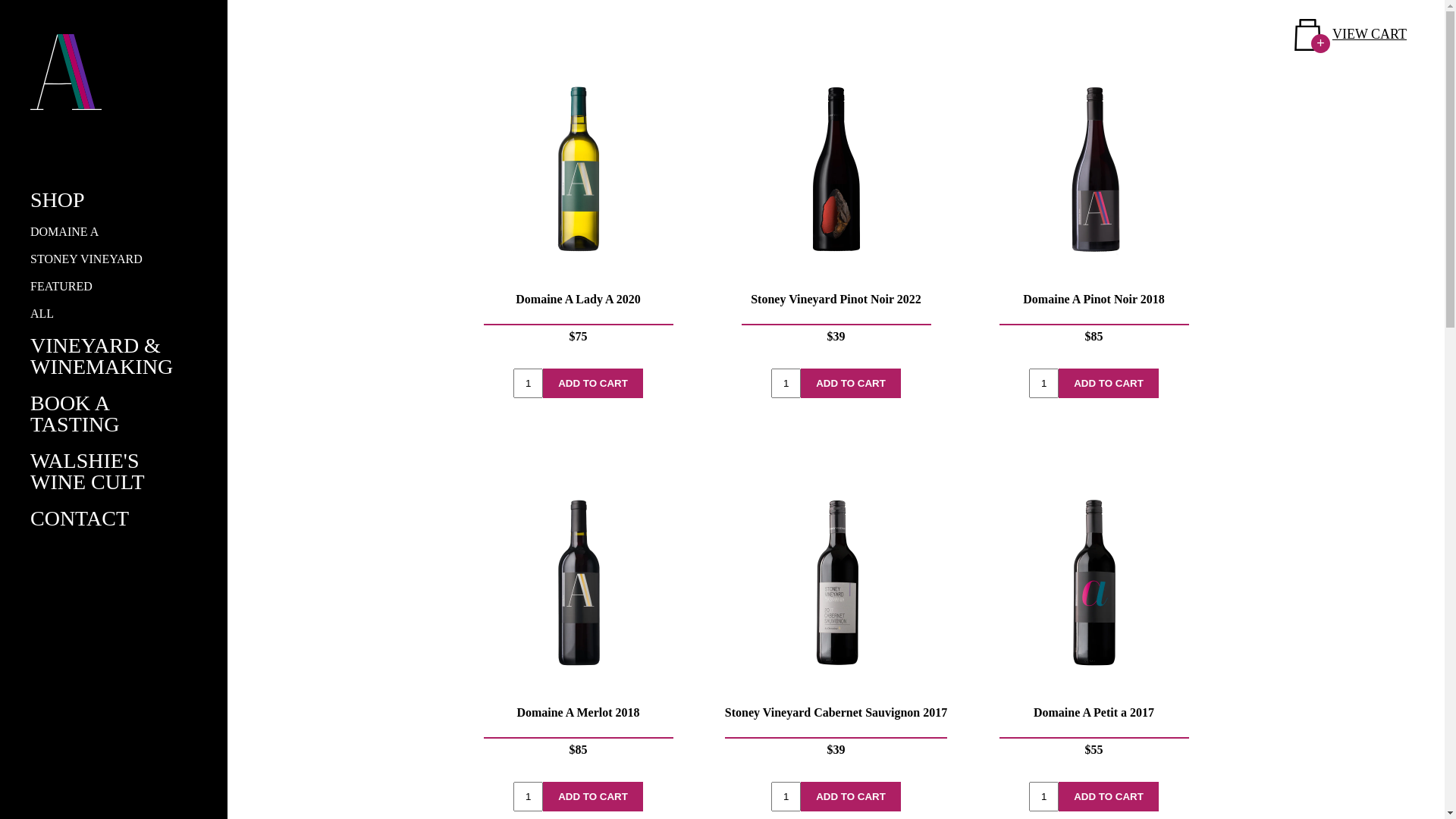 The height and width of the screenshot is (819, 1456). I want to click on 'CONTACT', so click(30, 517).